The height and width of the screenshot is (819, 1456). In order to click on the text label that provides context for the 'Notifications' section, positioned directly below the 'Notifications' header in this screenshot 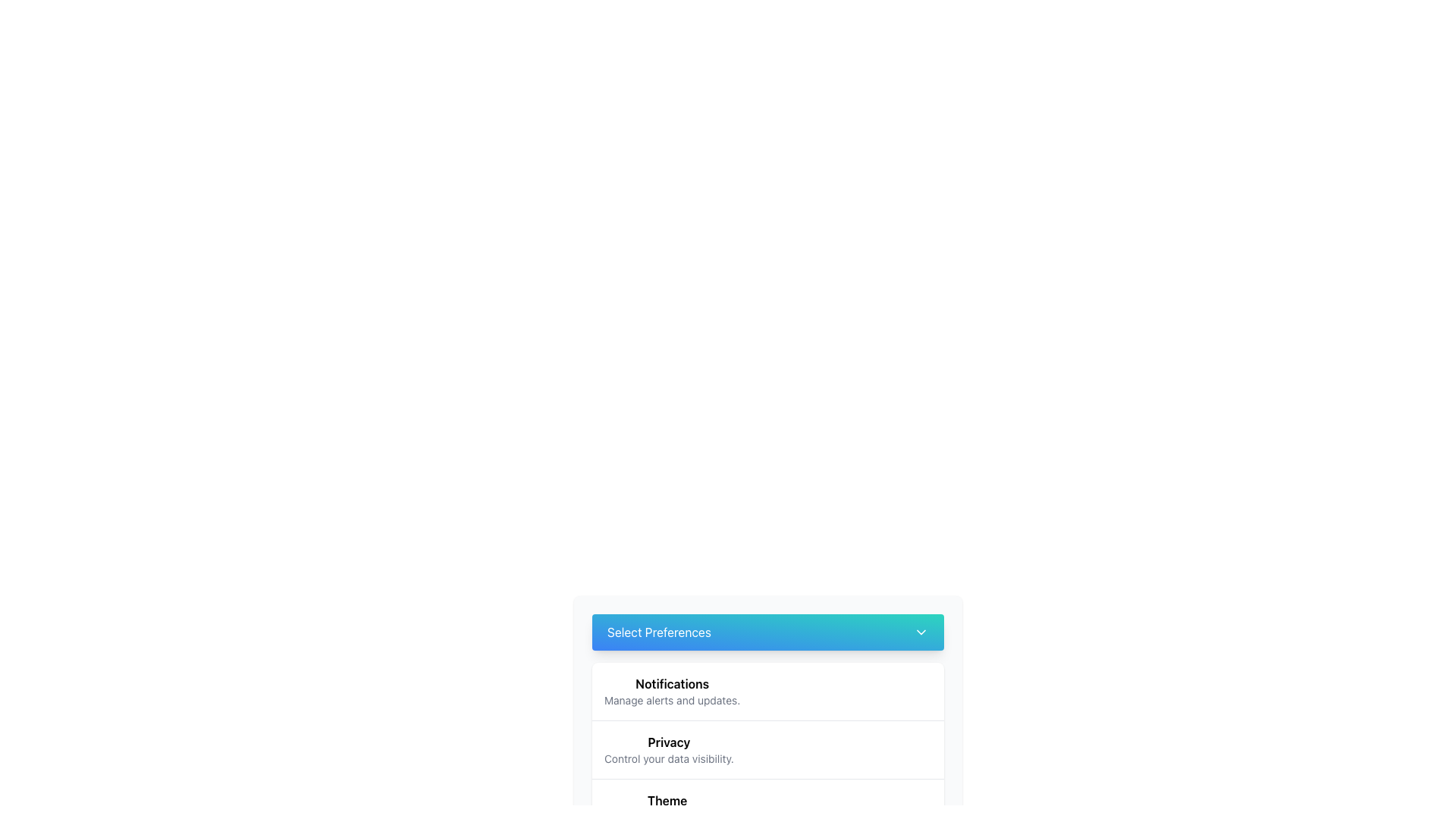, I will do `click(671, 701)`.